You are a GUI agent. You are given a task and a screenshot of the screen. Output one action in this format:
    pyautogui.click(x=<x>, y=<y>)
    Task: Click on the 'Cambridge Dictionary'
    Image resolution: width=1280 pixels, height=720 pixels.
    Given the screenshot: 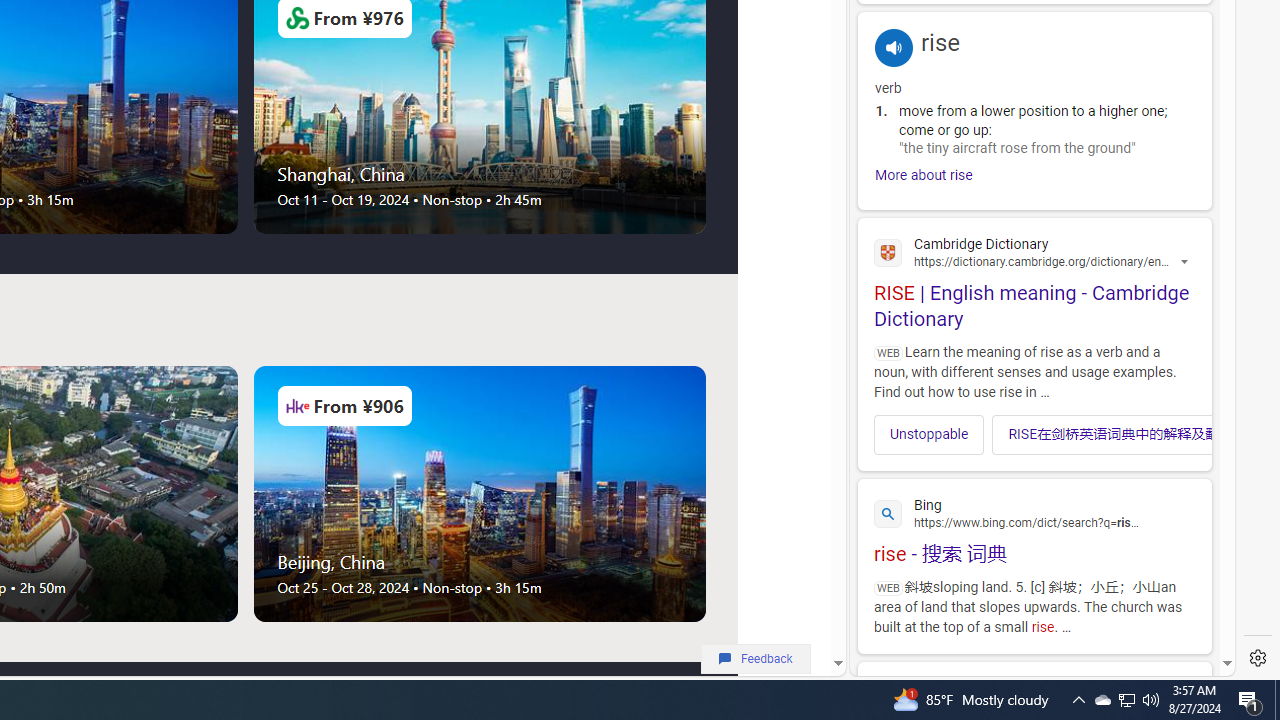 What is the action you would take?
    pyautogui.click(x=1034, y=250)
    